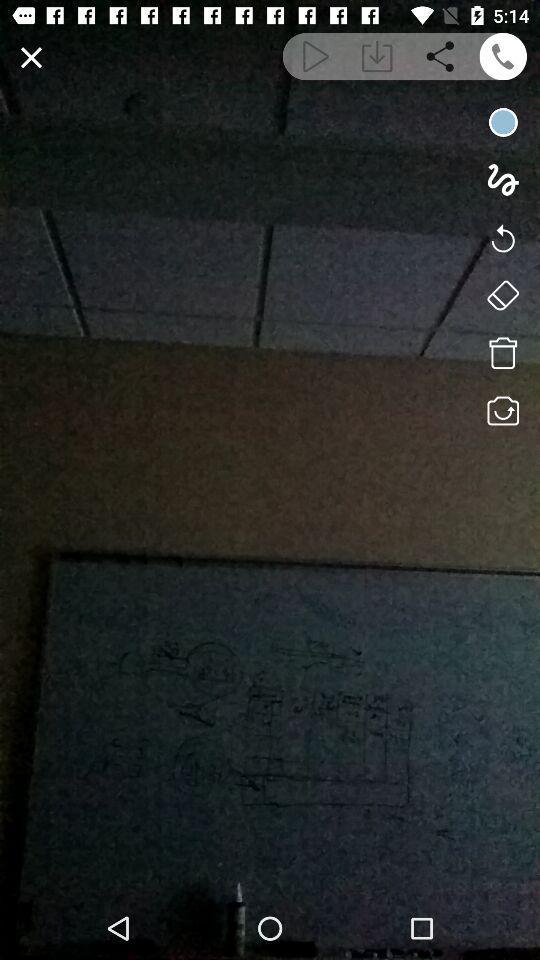 The width and height of the screenshot is (540, 960). Describe the element at coordinates (502, 294) in the screenshot. I see `eraser` at that location.